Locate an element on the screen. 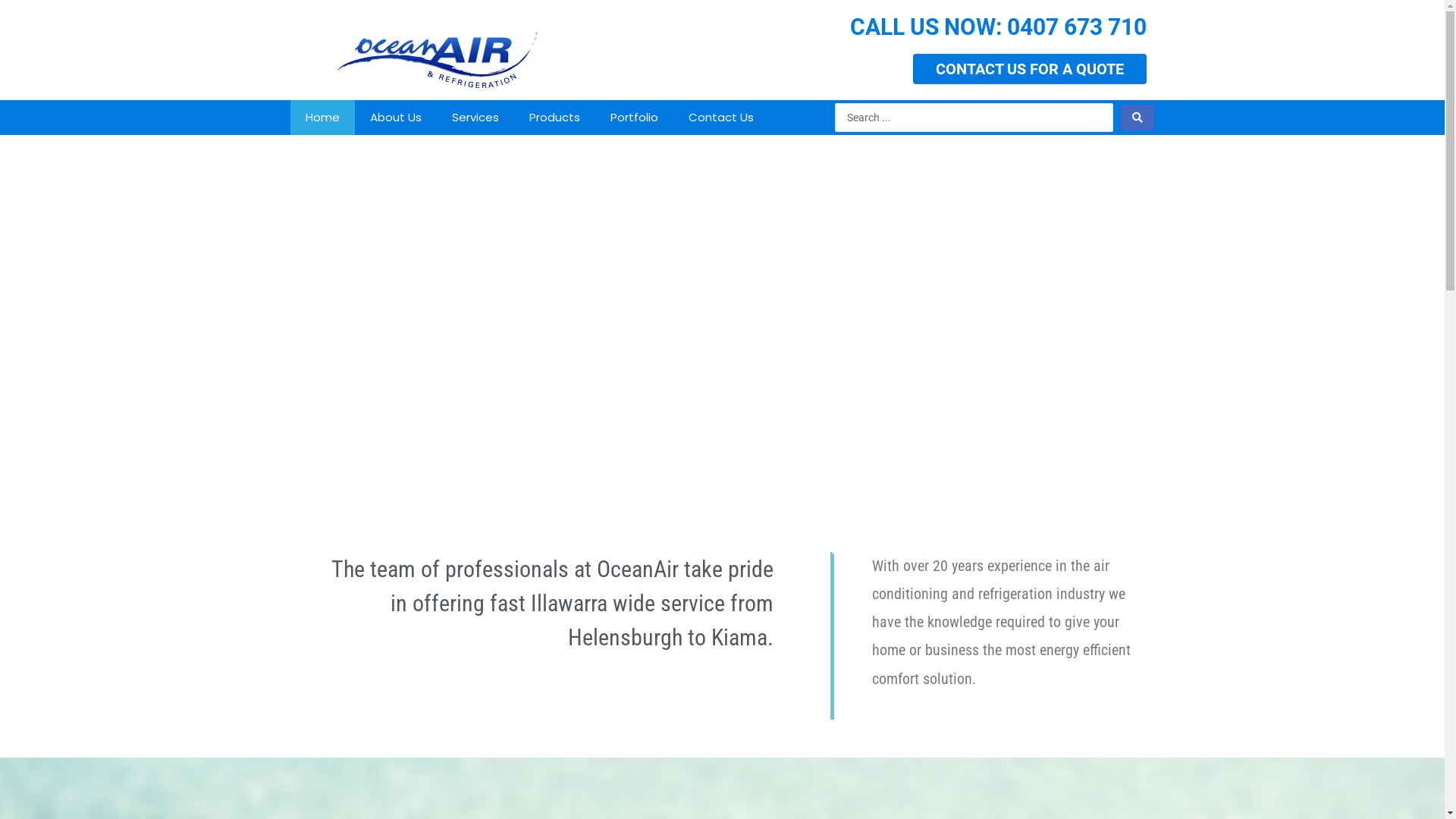  'About Us' is located at coordinates (353, 116).